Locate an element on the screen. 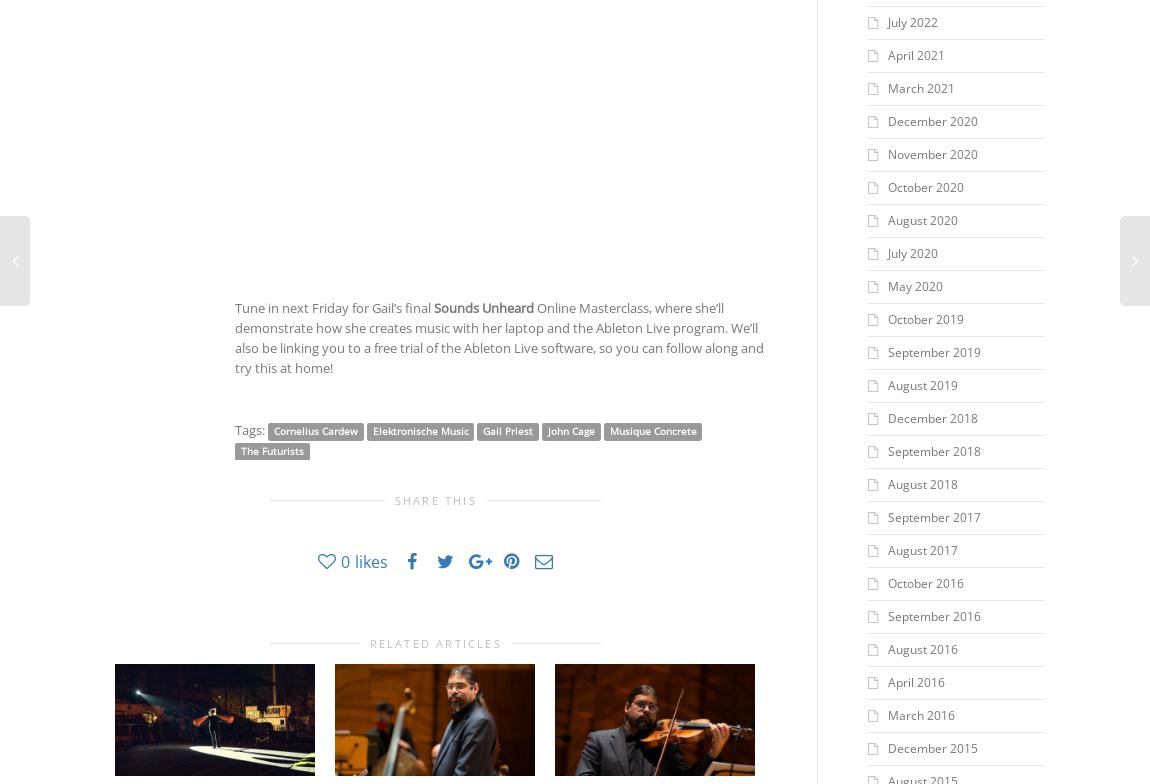 Image resolution: width=1150 pixels, height=784 pixels. 'Related Articles' is located at coordinates (435, 642).